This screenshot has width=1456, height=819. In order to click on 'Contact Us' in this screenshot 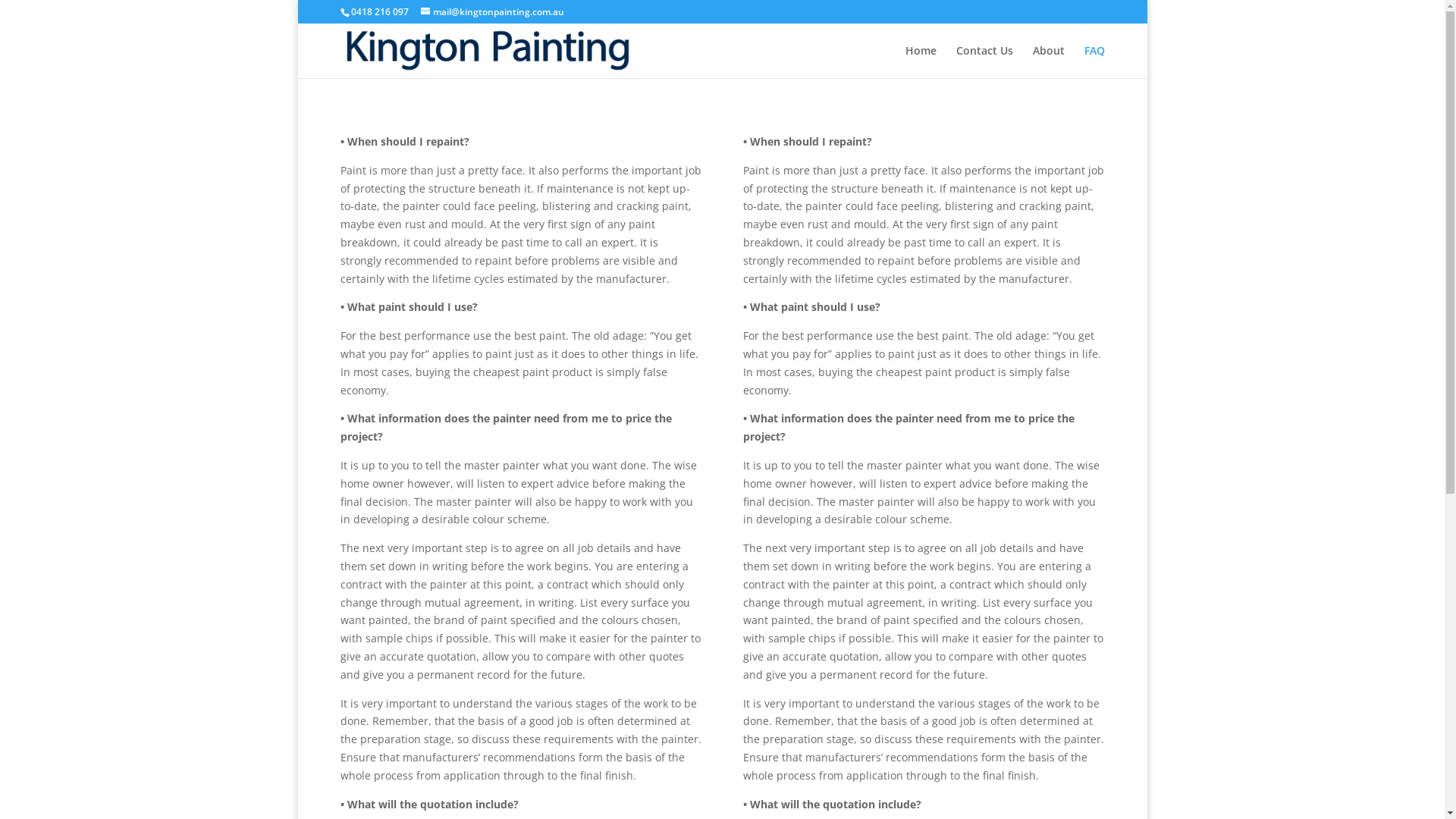, I will do `click(984, 61)`.